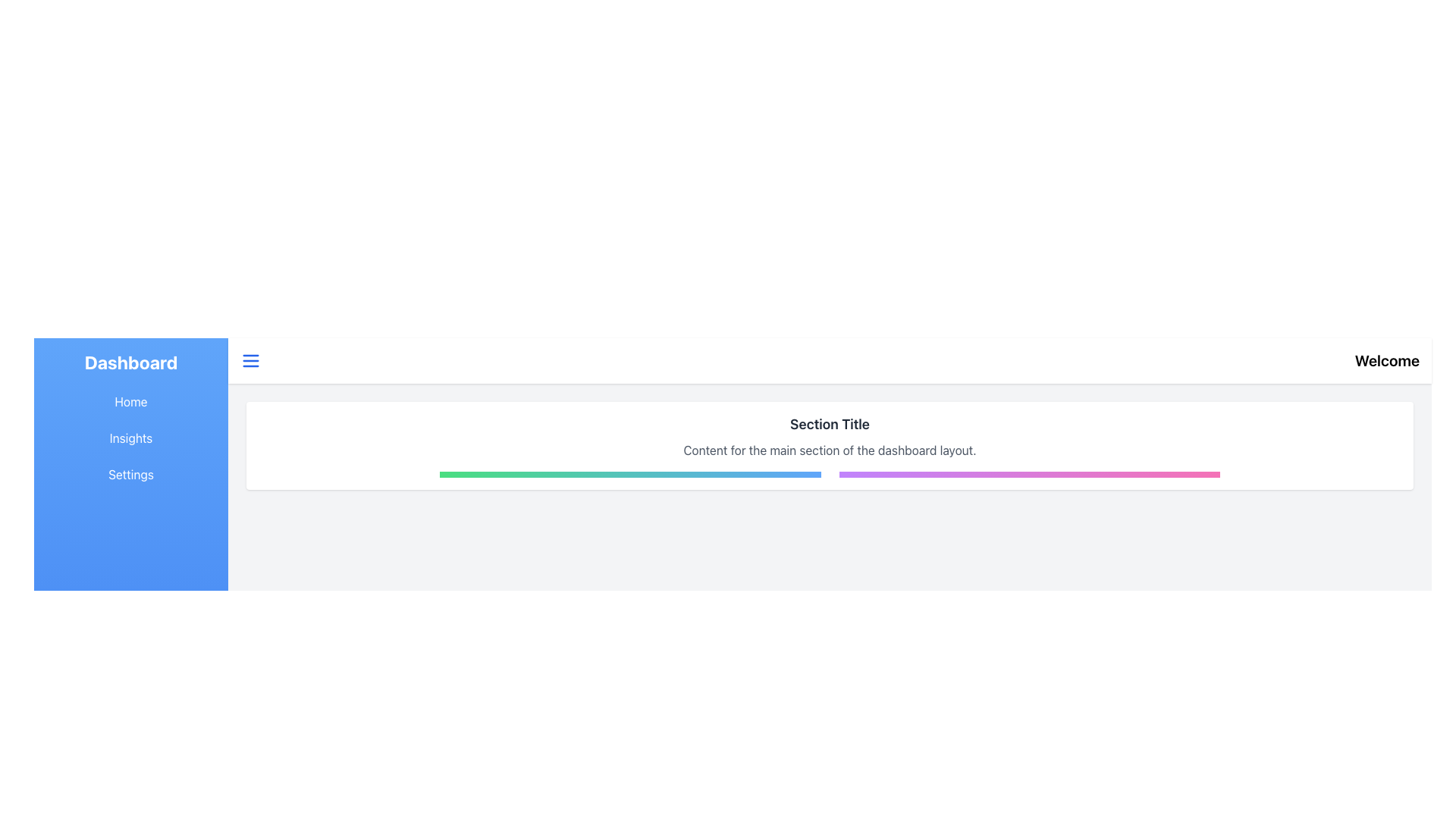 The width and height of the screenshot is (1456, 819). What do you see at coordinates (1387, 360) in the screenshot?
I see `the static text label or header located on the rightmost side of the top navigation bar to greet the user or identify the current context of the interface` at bounding box center [1387, 360].